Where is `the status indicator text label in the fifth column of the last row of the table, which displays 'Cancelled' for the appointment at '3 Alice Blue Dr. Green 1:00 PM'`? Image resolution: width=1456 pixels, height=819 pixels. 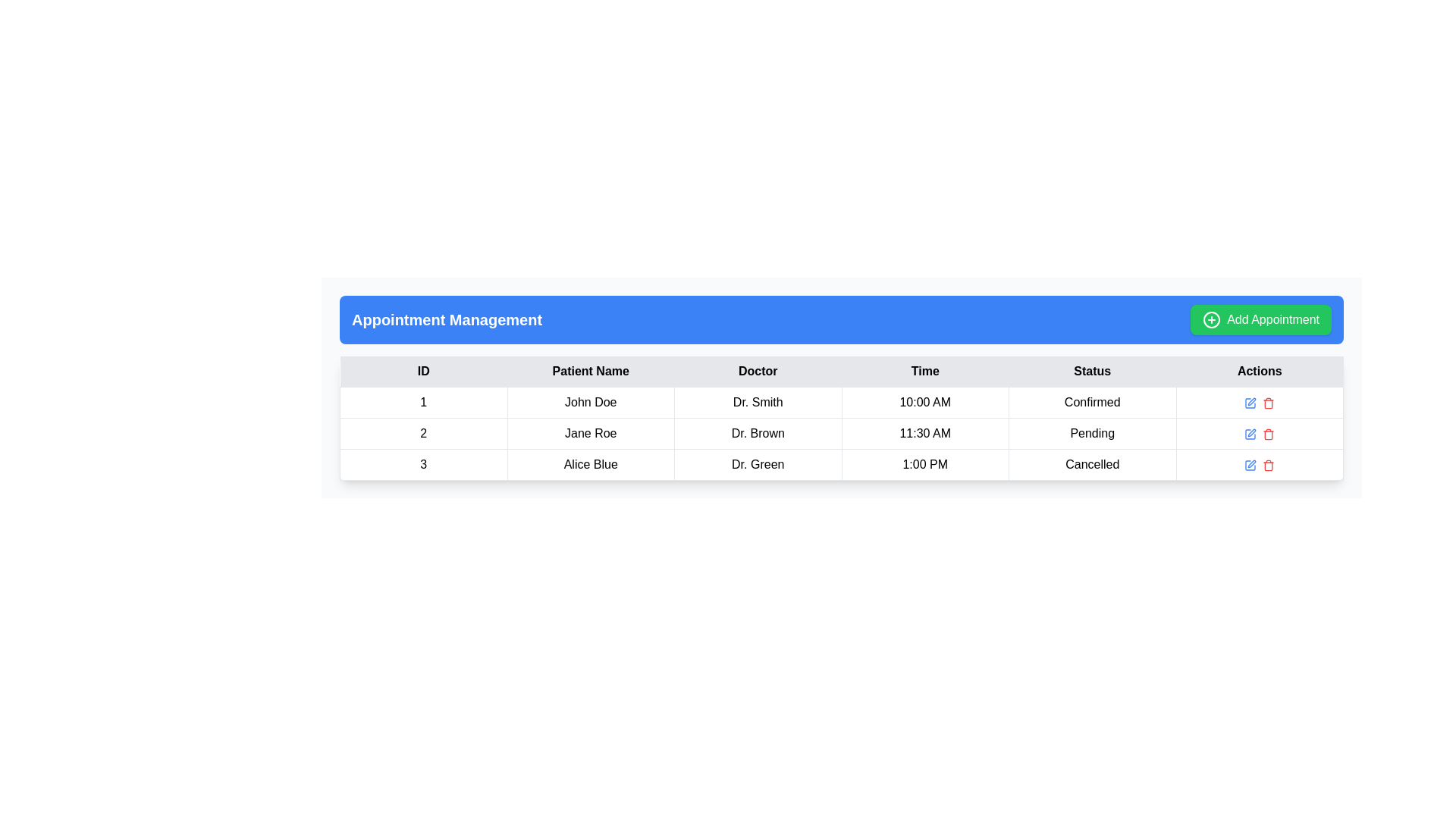
the status indicator text label in the fifth column of the last row of the table, which displays 'Cancelled' for the appointment at '3 Alice Blue Dr. Green 1:00 PM' is located at coordinates (1092, 464).